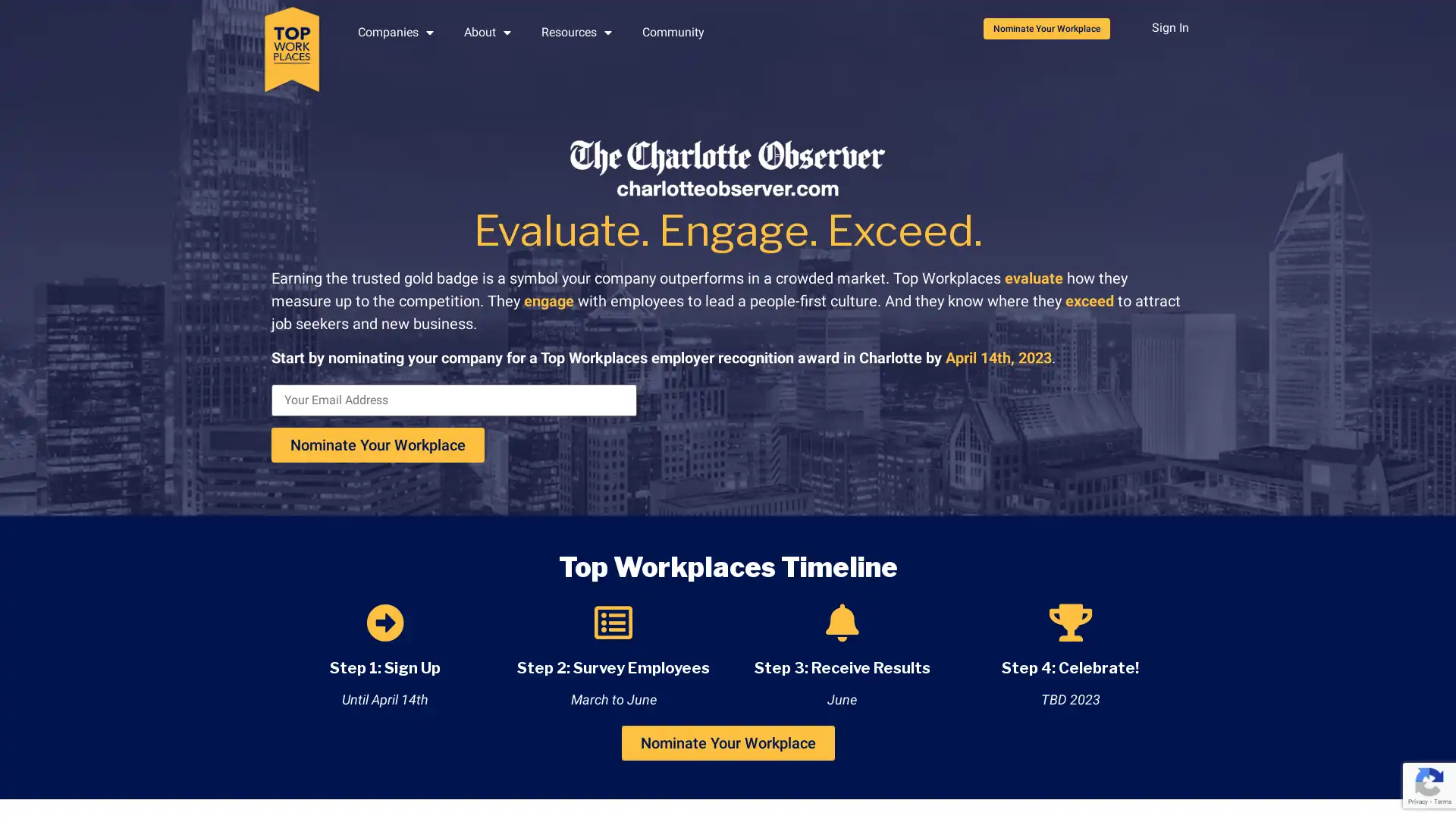 The height and width of the screenshot is (819, 1456). Describe the element at coordinates (377, 444) in the screenshot. I see `Nominate Your Workplace` at that location.